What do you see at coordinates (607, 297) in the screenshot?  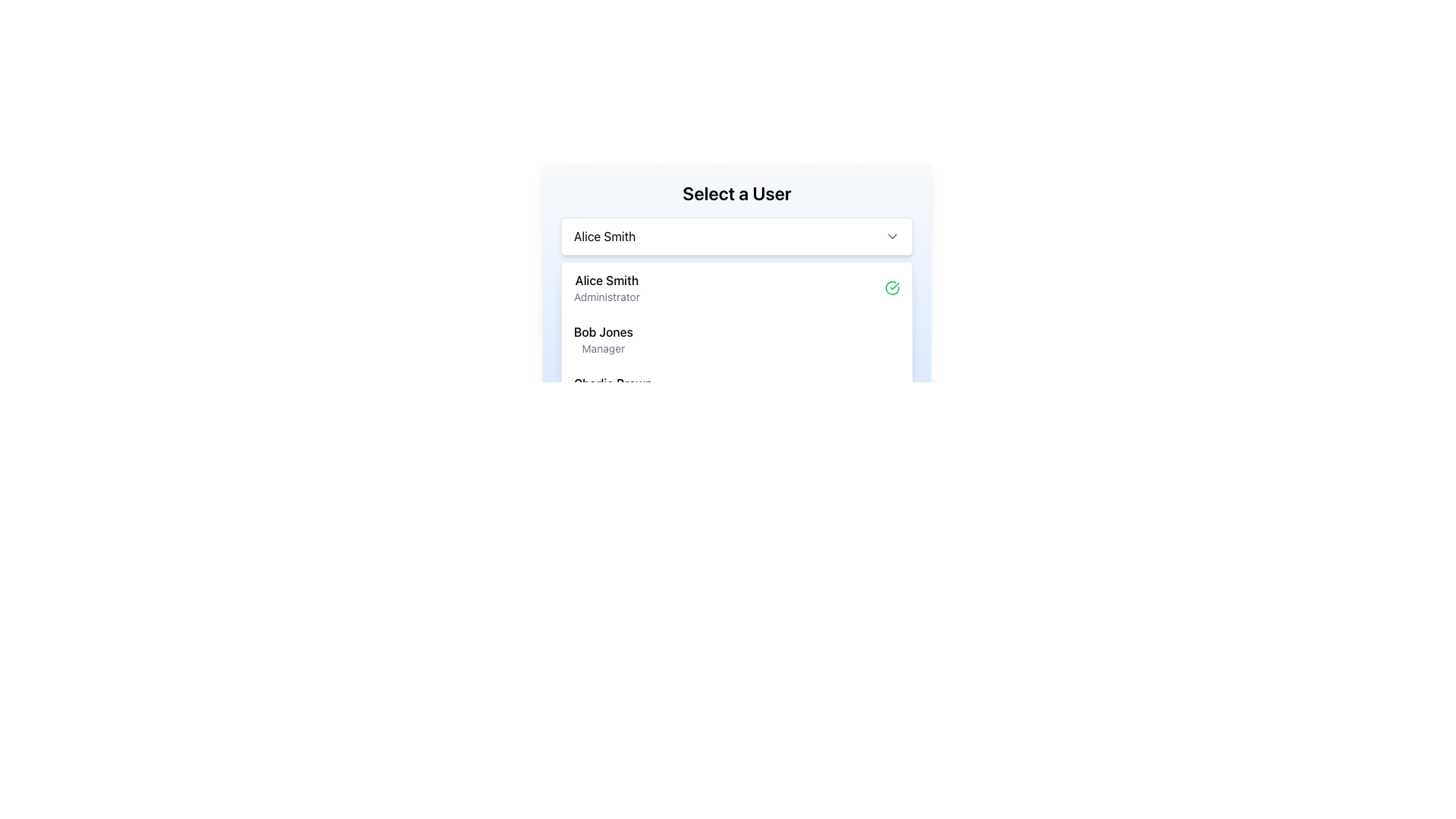 I see `the text label displaying 'Administrator', which is positioned just below the name 'Alice Smith' in the user selection list` at bounding box center [607, 297].